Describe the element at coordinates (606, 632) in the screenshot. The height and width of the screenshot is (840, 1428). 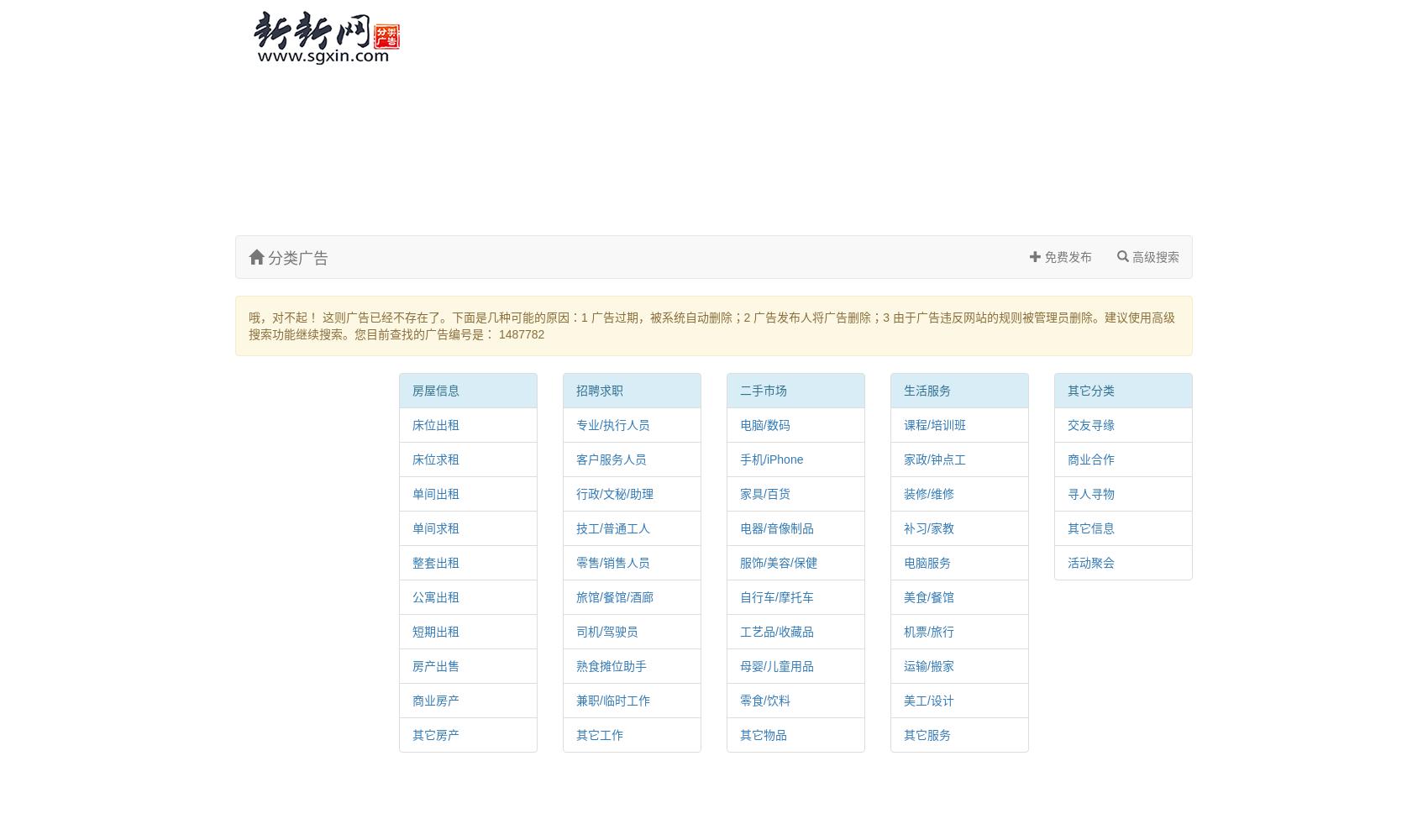
I see `'司机/驾驶员'` at that location.